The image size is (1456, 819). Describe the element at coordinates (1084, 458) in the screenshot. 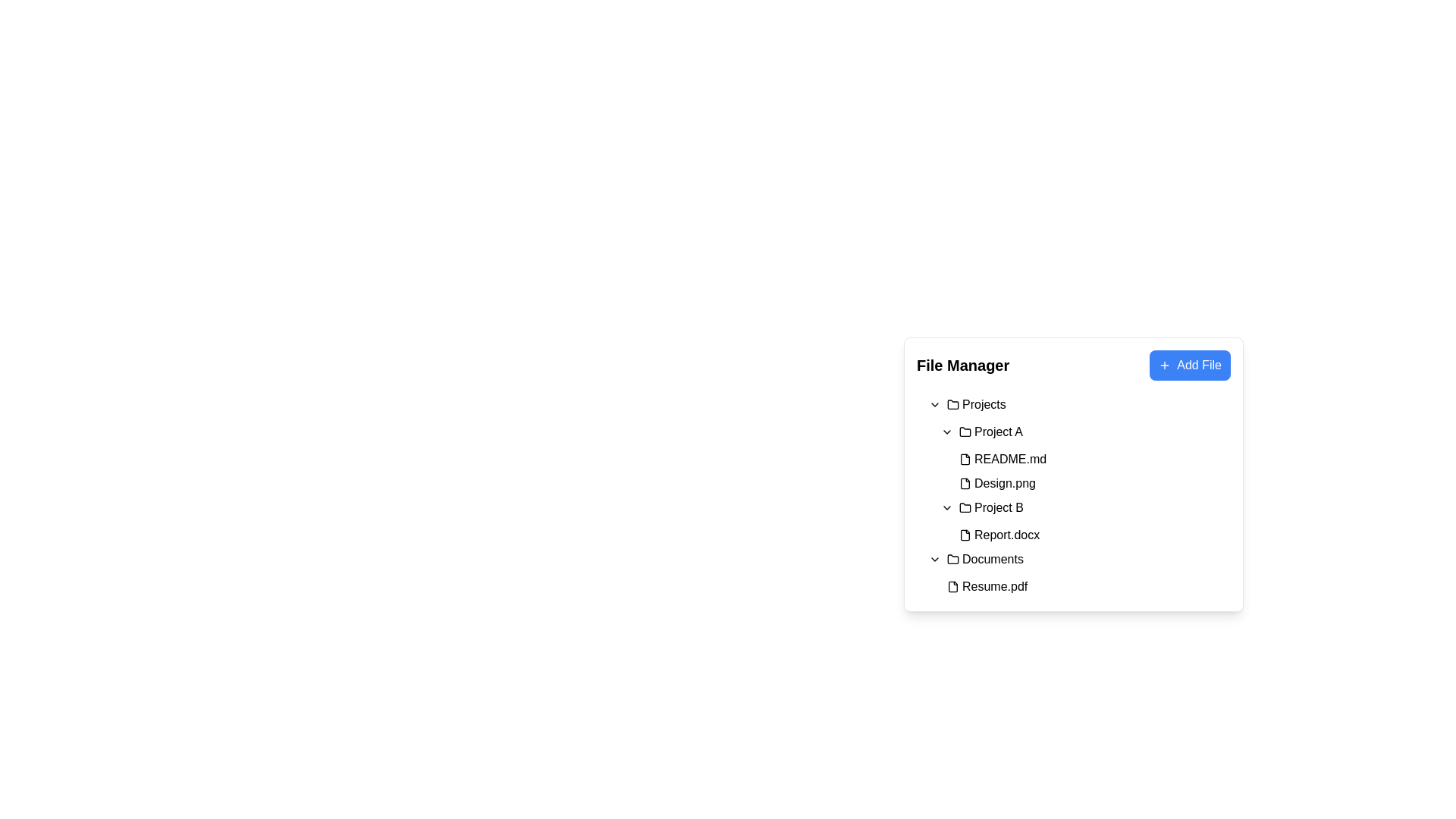

I see `on the file listing entry labeled 'README.md' in the 'File Manager'` at that location.